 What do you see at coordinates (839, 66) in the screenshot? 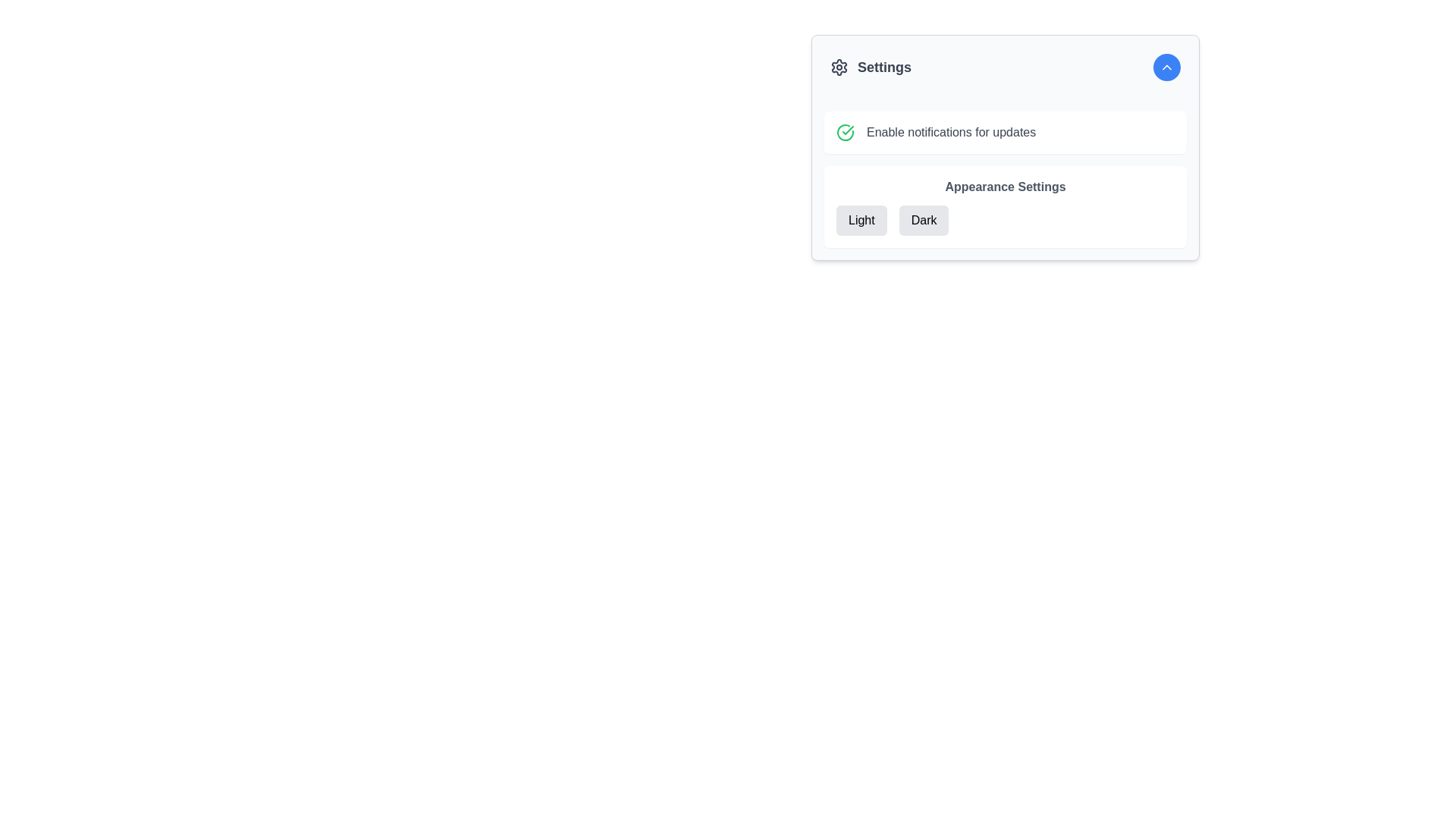
I see `the settings cogwheel icon located` at bounding box center [839, 66].